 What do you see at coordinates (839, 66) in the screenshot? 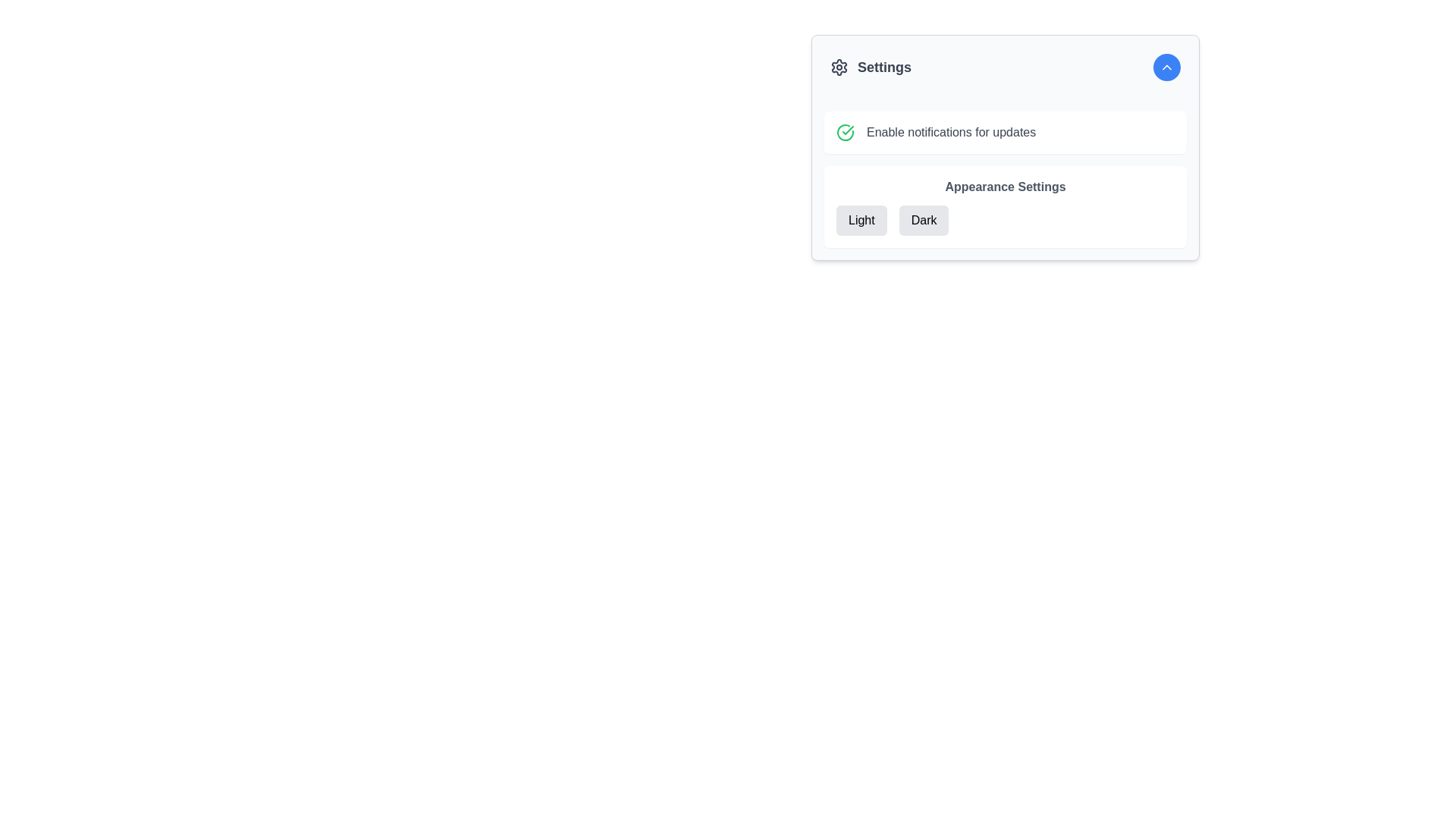
I see `the settings cogwheel icon located` at bounding box center [839, 66].